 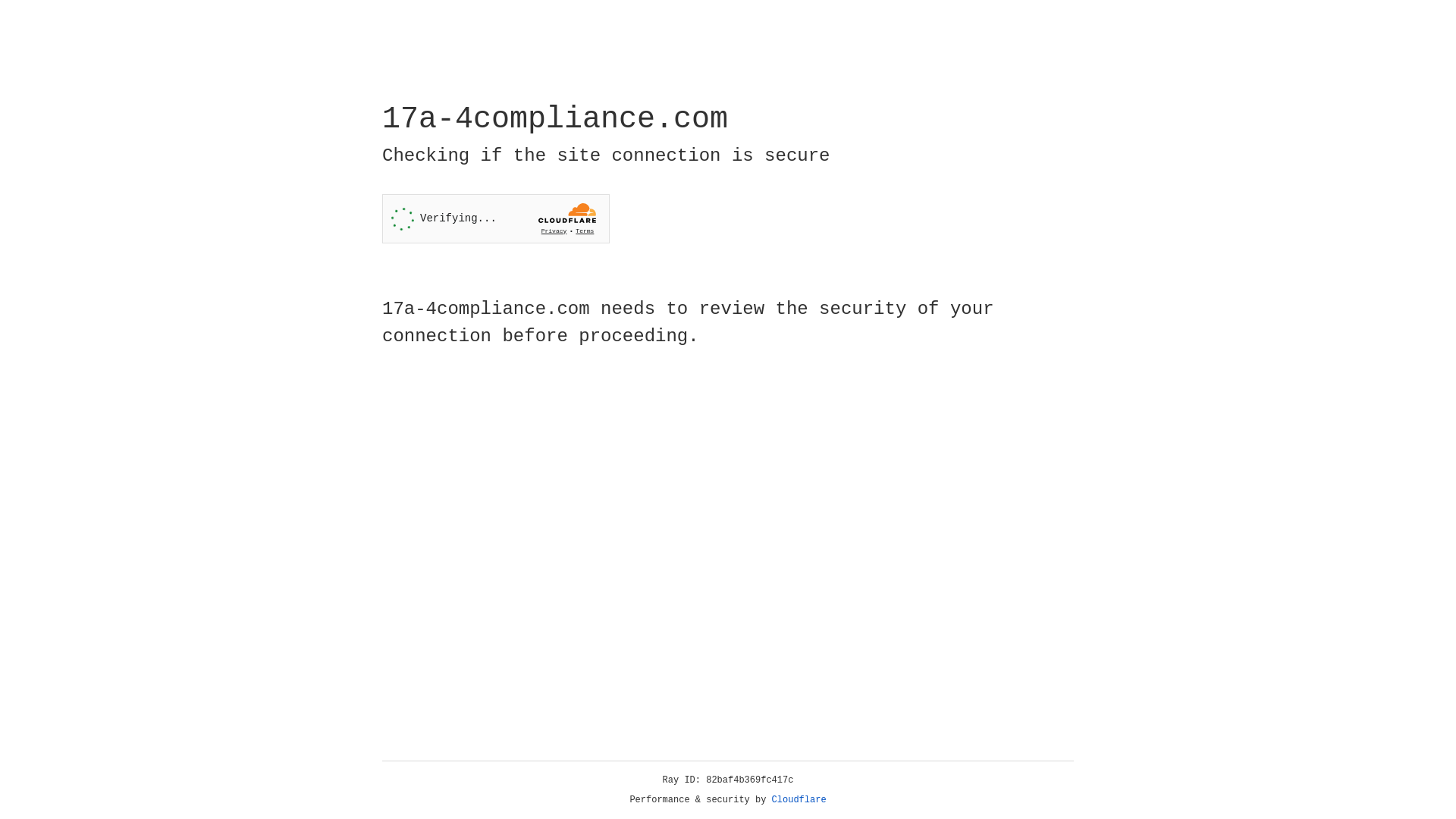 I want to click on 'Widget containing a Cloudflare security challenge', so click(x=495, y=218).